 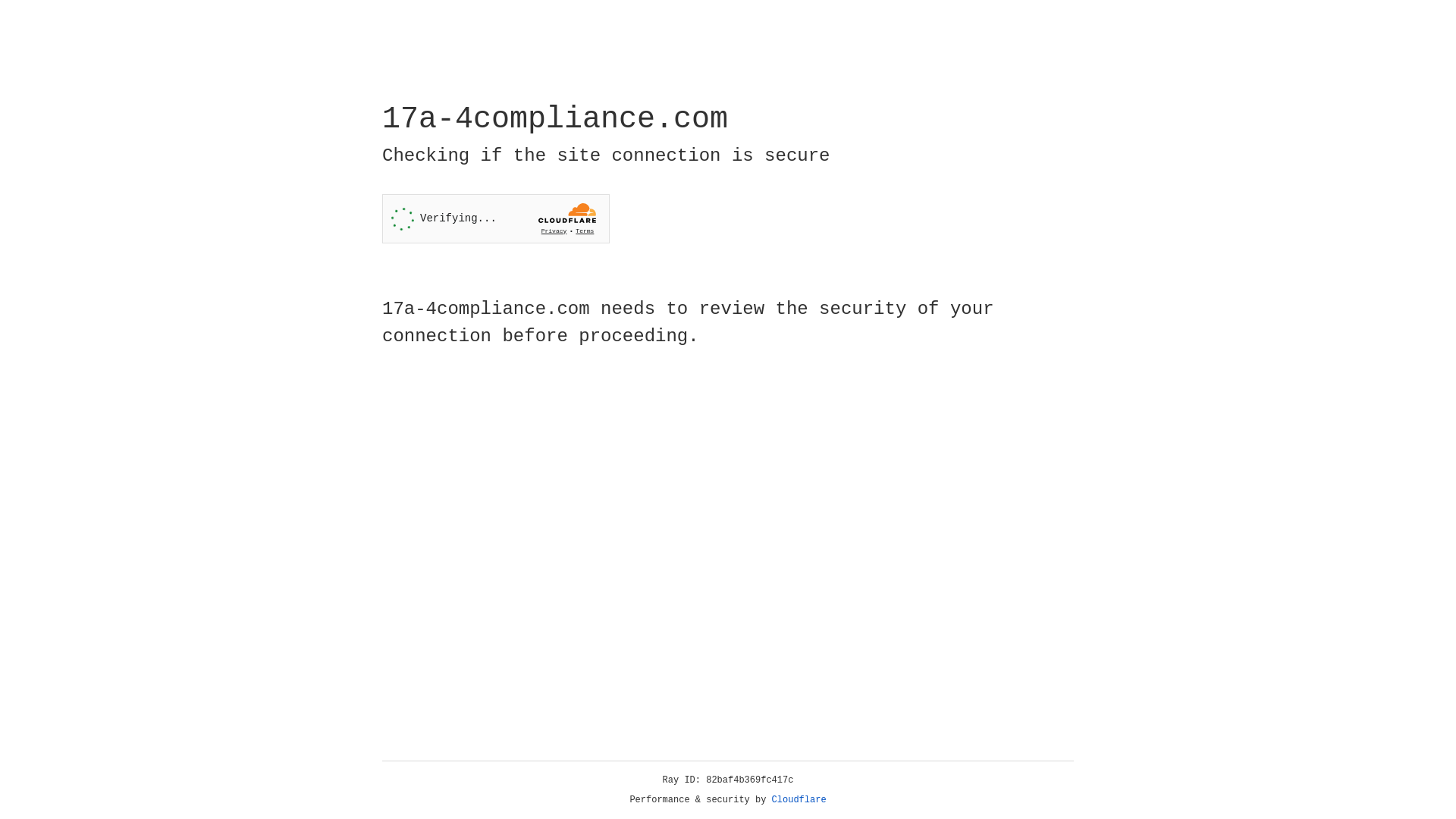 I want to click on 'Widget containing a Cloudflare security challenge', so click(x=495, y=218).